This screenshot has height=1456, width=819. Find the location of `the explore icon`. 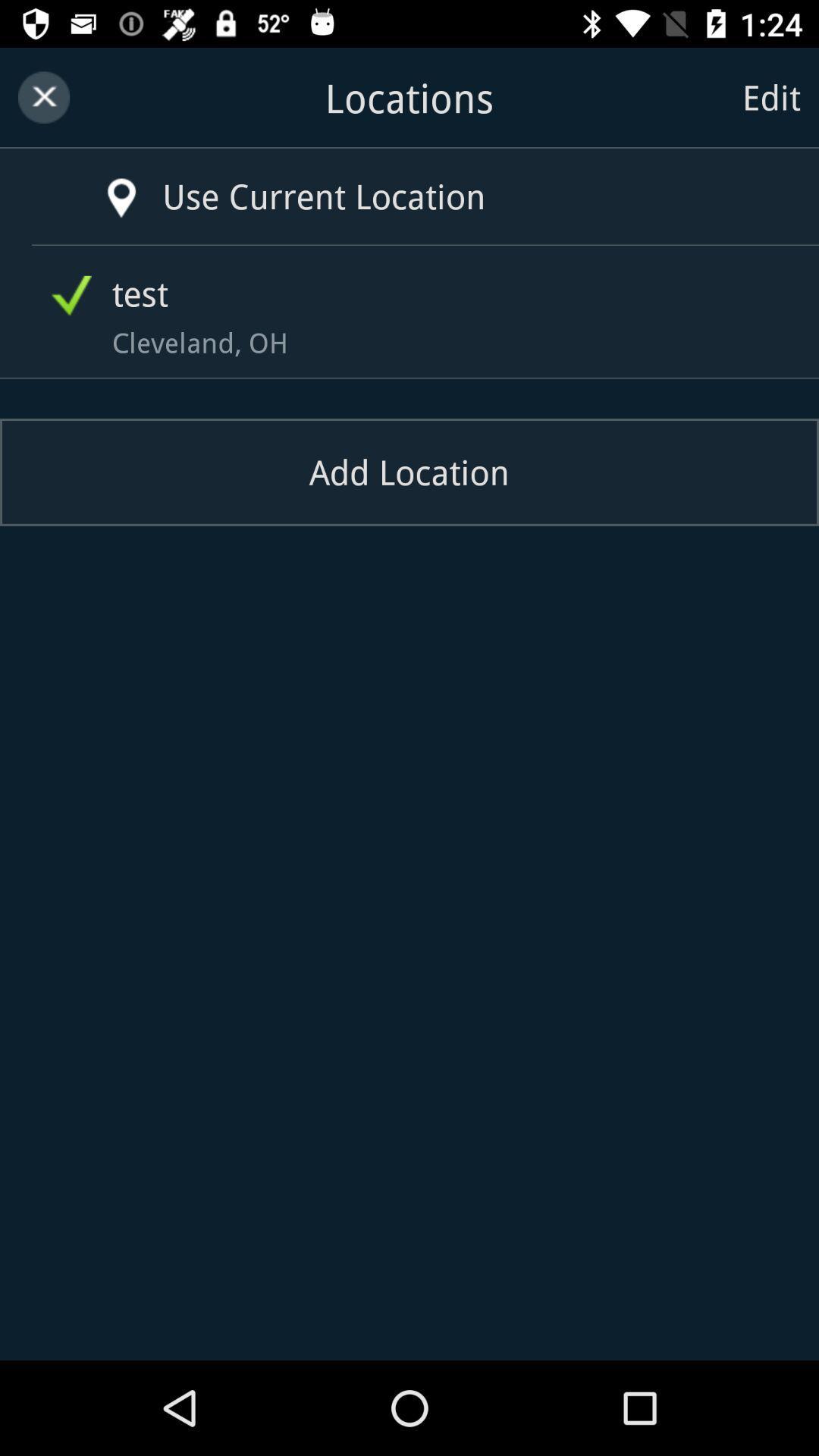

the explore icon is located at coordinates (99, 182).